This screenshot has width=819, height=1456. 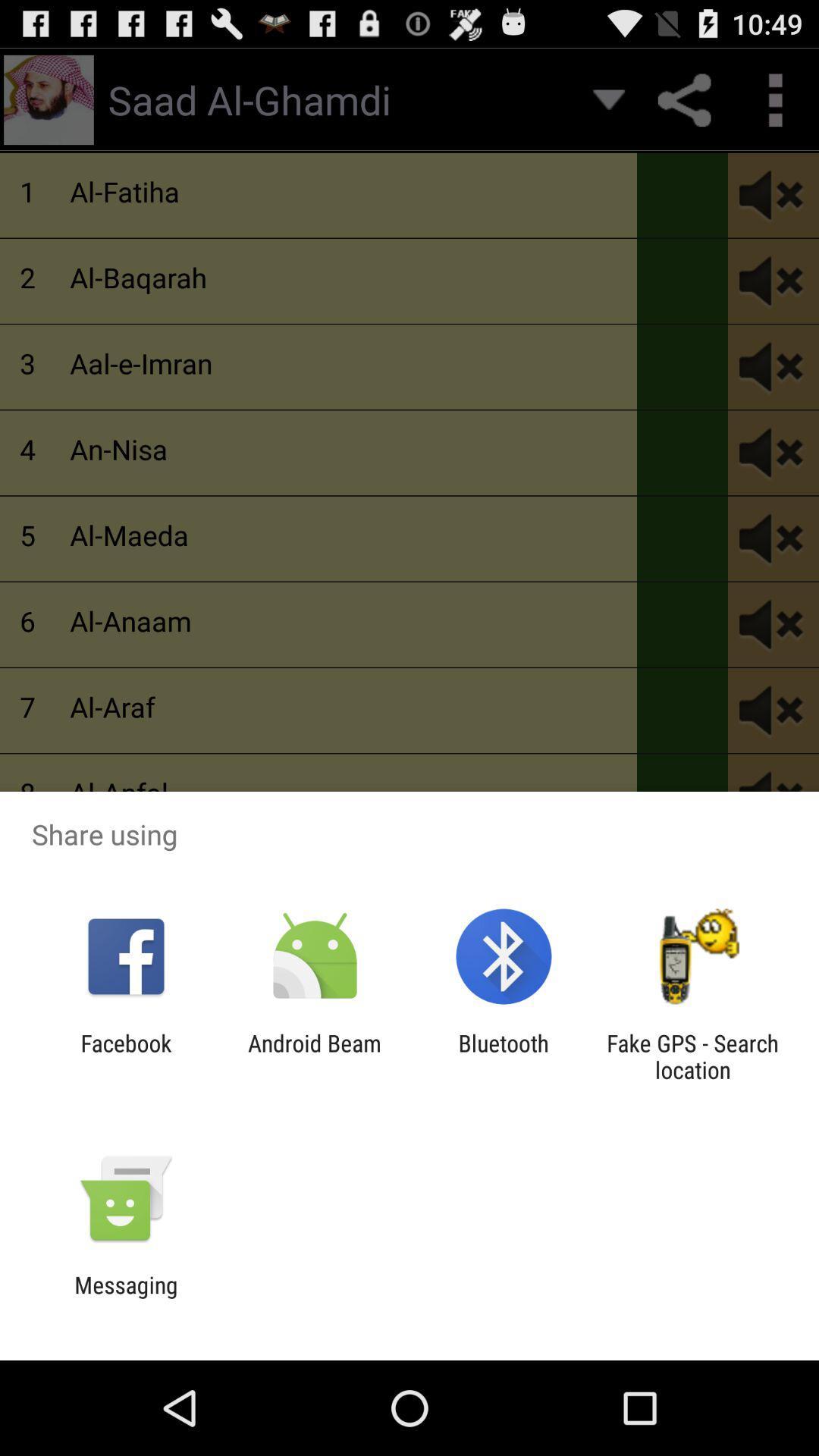 What do you see at coordinates (125, 1056) in the screenshot?
I see `the item next to the android beam` at bounding box center [125, 1056].